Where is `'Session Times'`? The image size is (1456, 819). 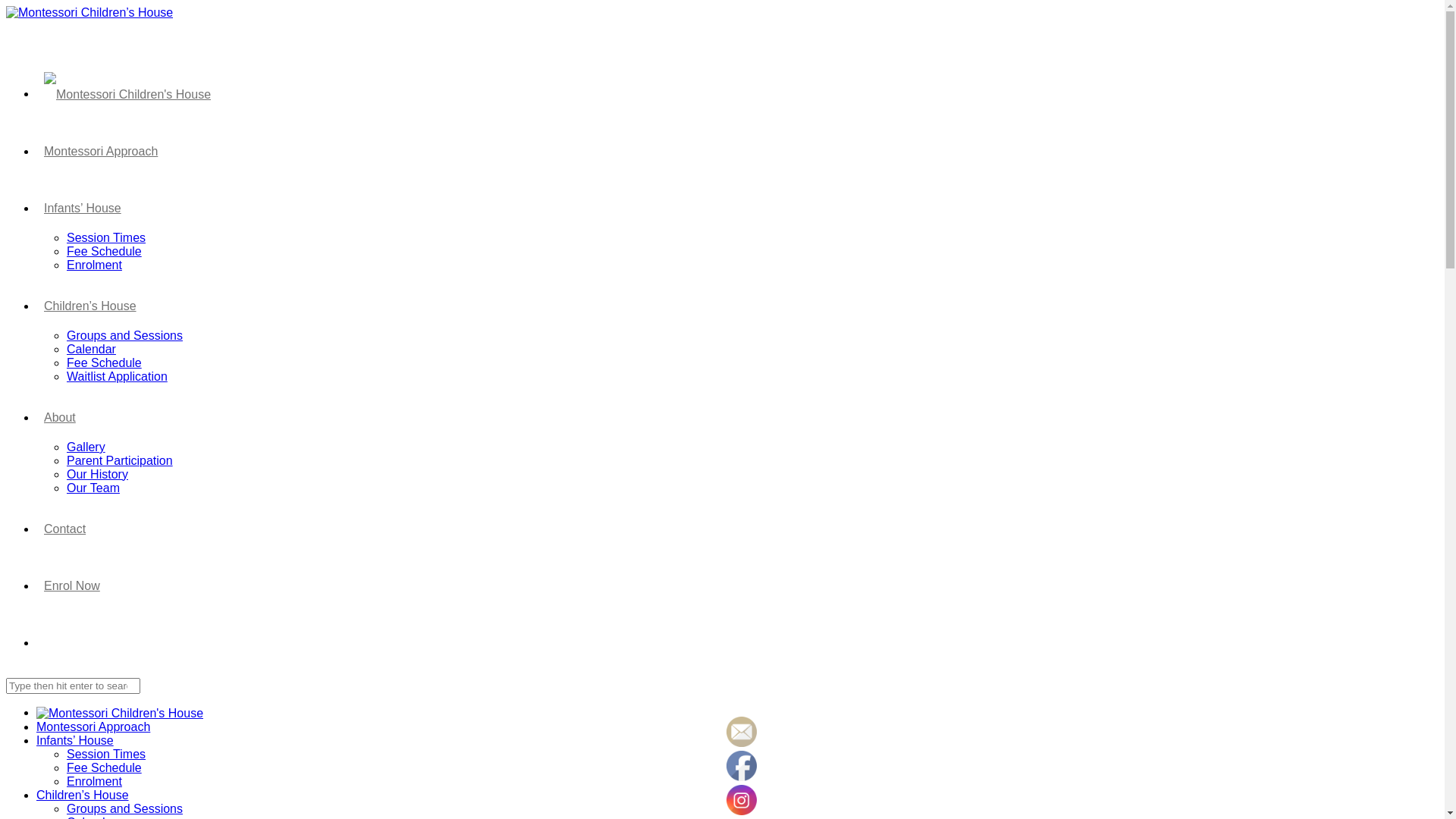
'Session Times' is located at coordinates (105, 754).